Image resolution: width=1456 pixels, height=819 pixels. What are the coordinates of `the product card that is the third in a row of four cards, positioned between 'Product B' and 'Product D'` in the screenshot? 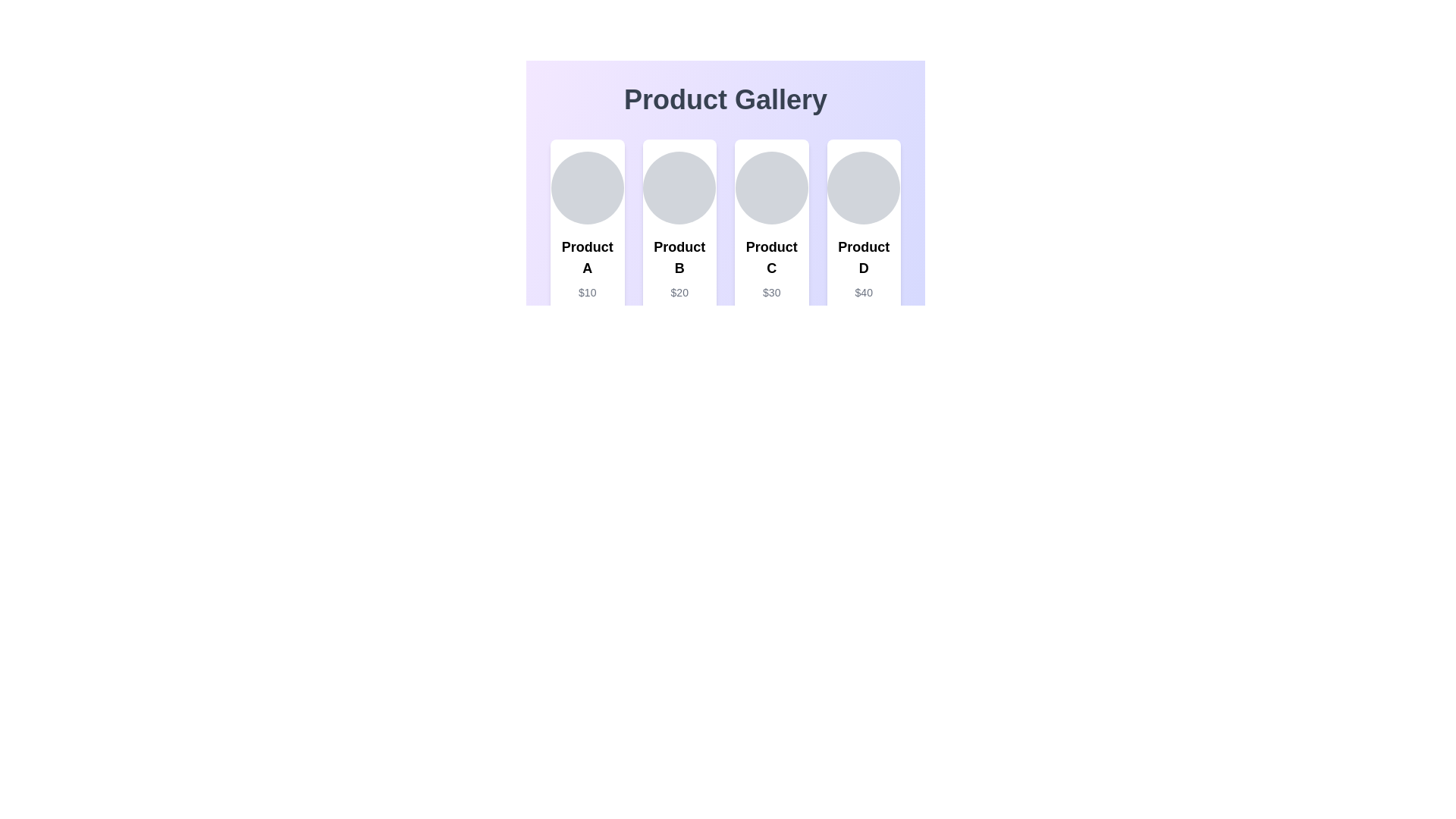 It's located at (771, 245).